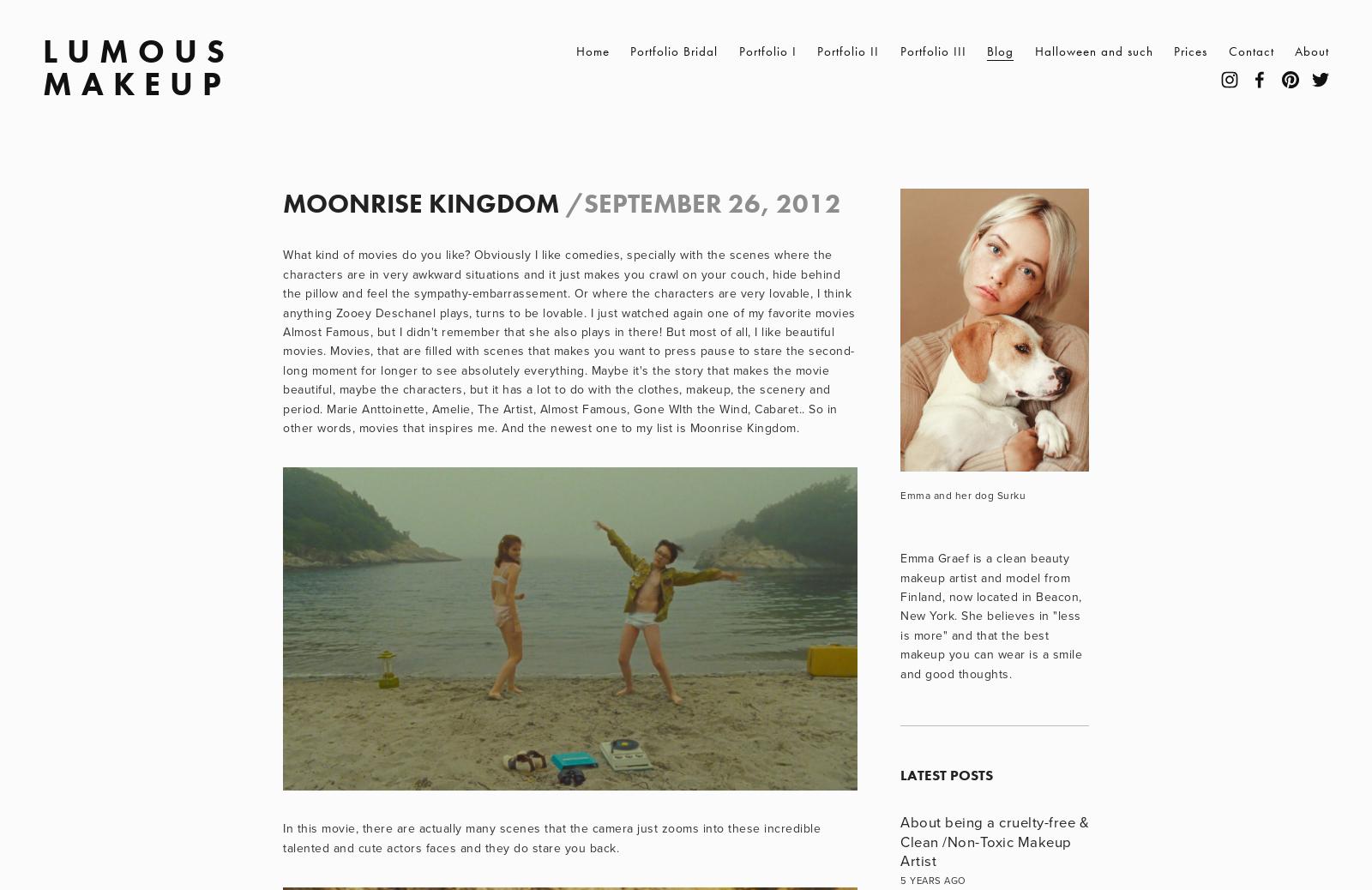 This screenshot has width=1372, height=890. I want to click on 'Blog', so click(1000, 50).